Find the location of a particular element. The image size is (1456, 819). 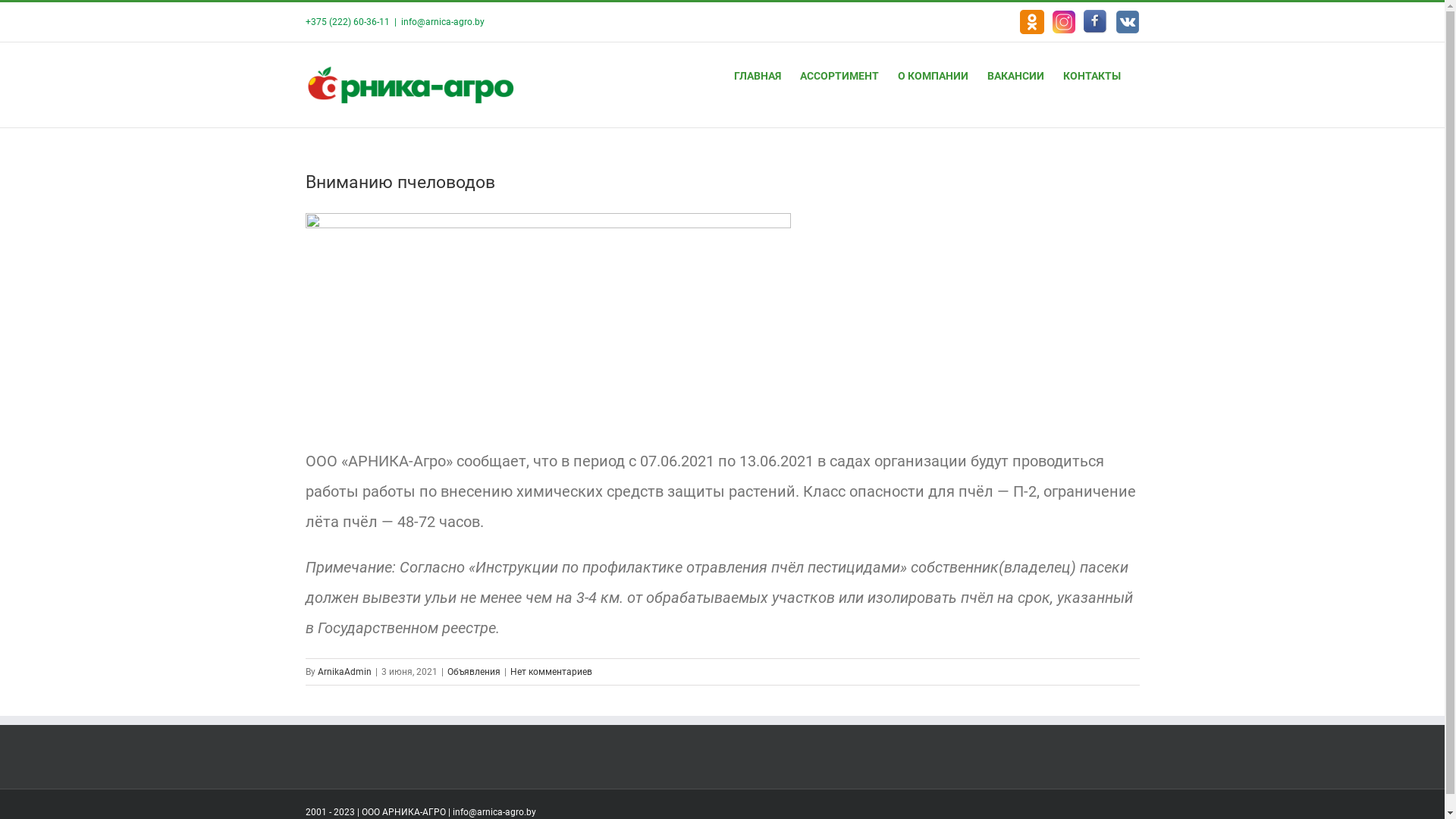

'VK' is located at coordinates (1127, 22).